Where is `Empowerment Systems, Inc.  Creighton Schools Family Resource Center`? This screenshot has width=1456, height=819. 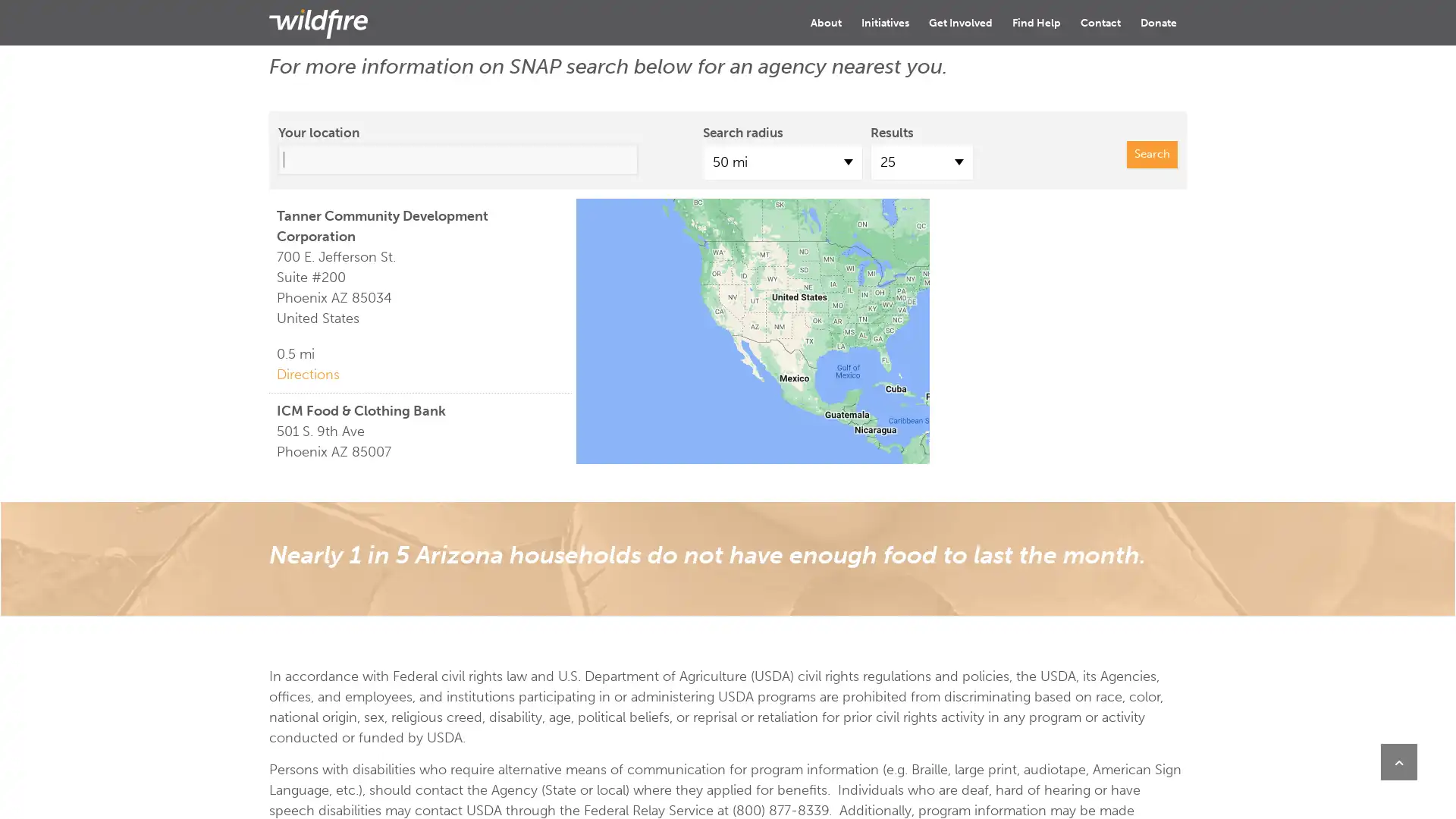 Empowerment Systems, Inc.  Creighton Schools Family Resource Center is located at coordinates (902, 296).